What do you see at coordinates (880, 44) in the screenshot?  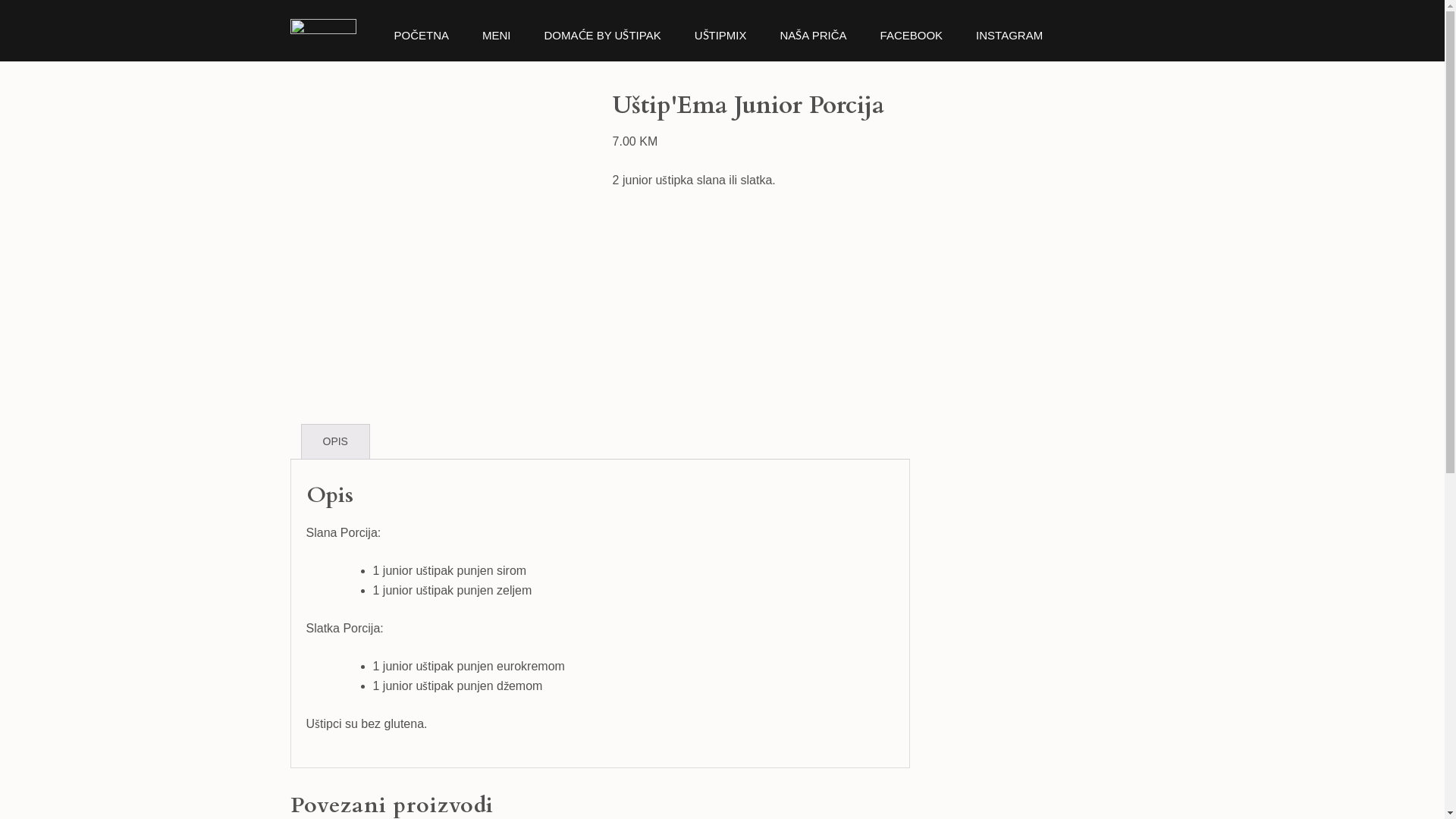 I see `'FACEBOOK'` at bounding box center [880, 44].